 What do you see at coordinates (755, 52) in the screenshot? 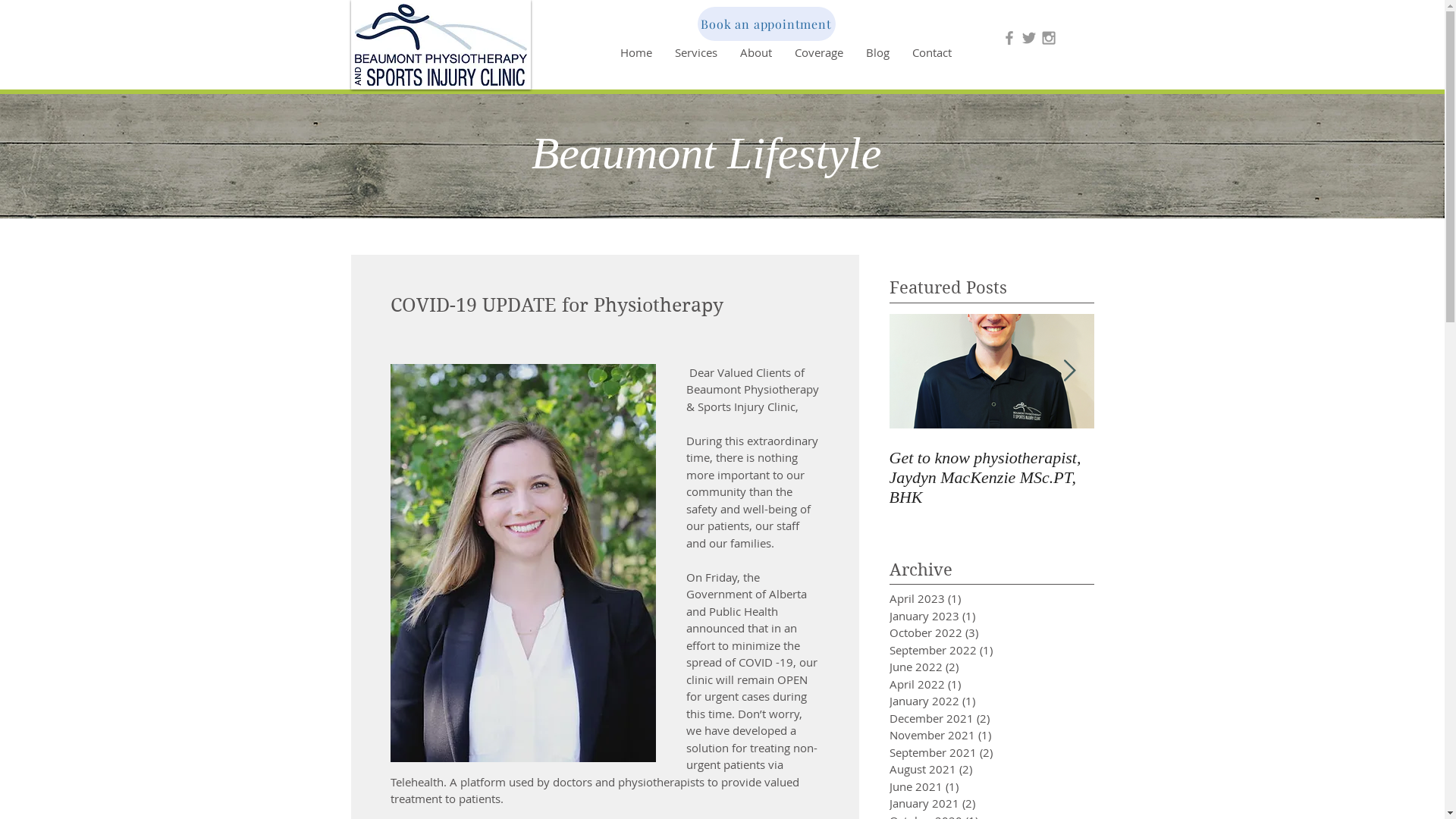
I see `'About'` at bounding box center [755, 52].